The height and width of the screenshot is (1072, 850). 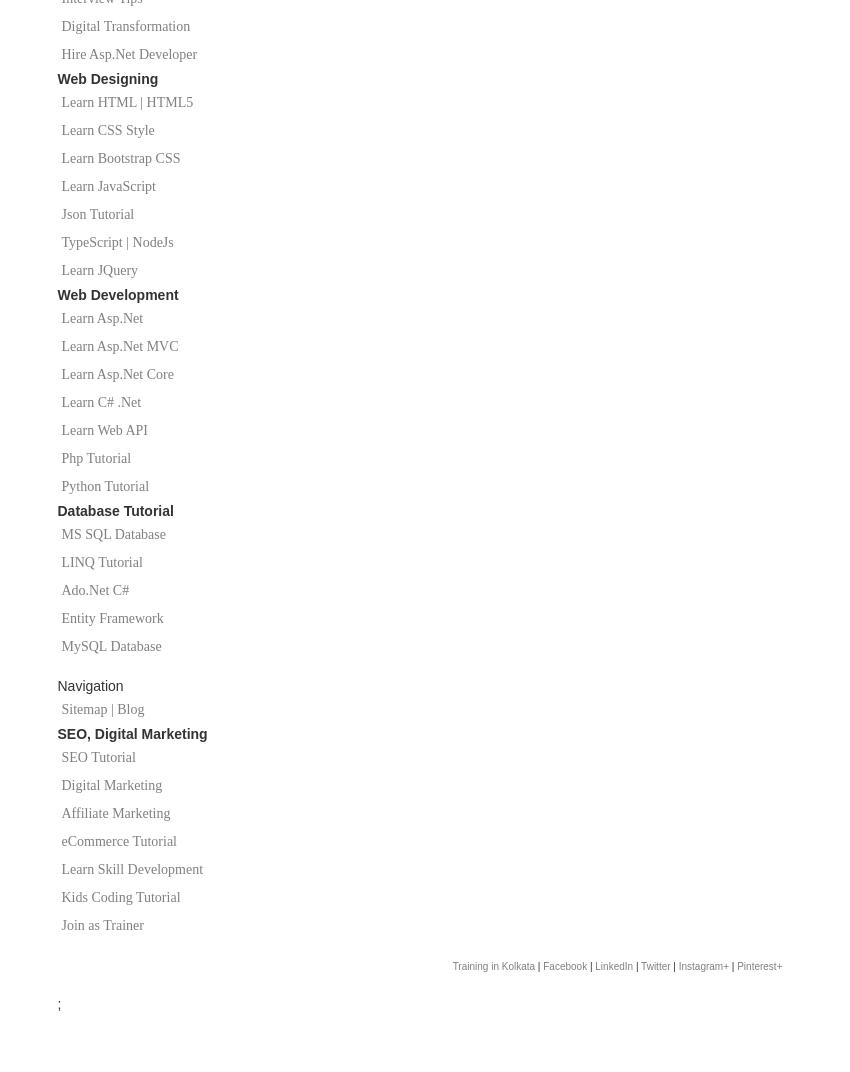 I want to click on 'SEO Tutorial', so click(x=97, y=757).